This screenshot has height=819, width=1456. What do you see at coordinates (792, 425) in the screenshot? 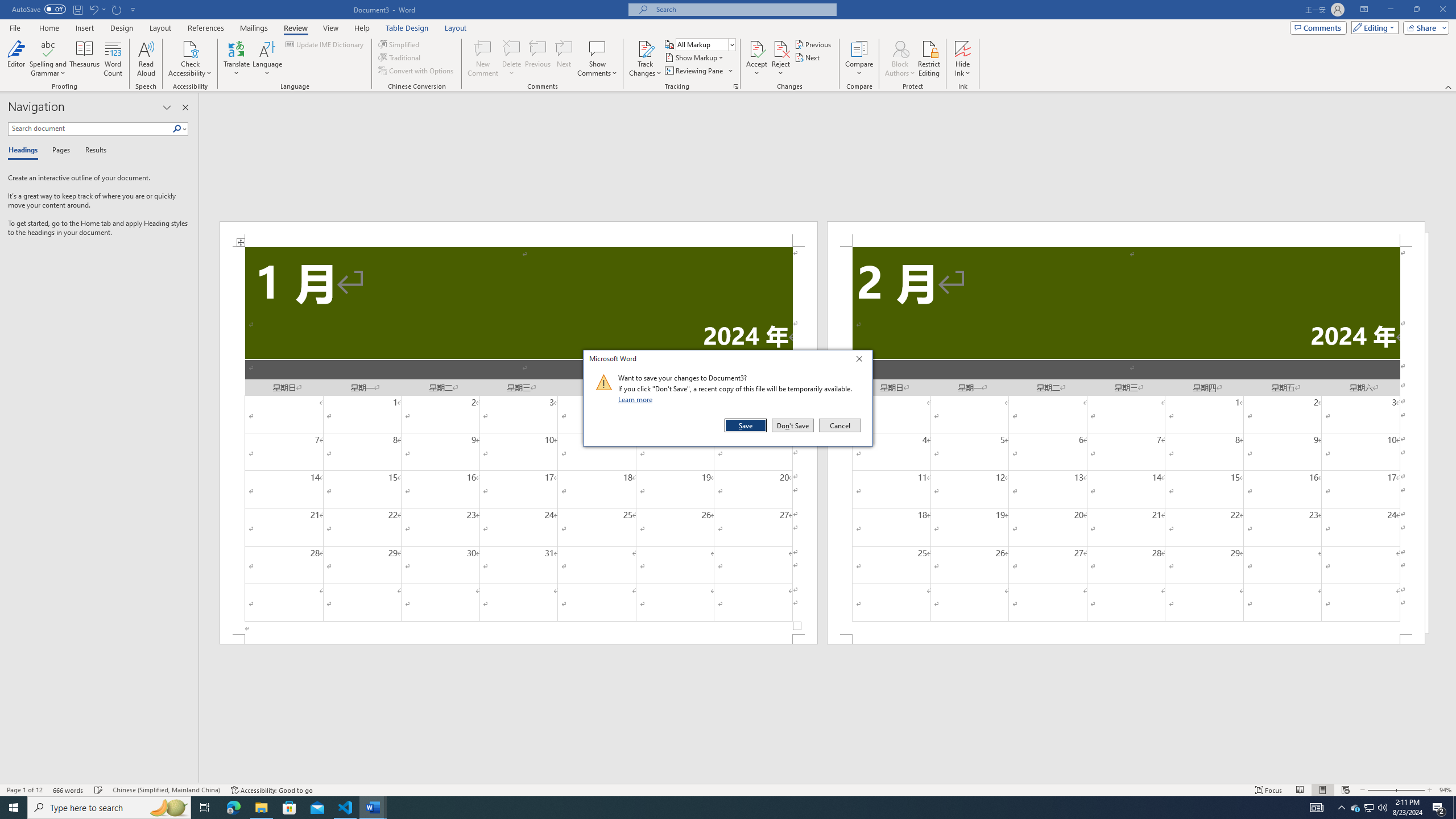
I see `'Don'` at bounding box center [792, 425].